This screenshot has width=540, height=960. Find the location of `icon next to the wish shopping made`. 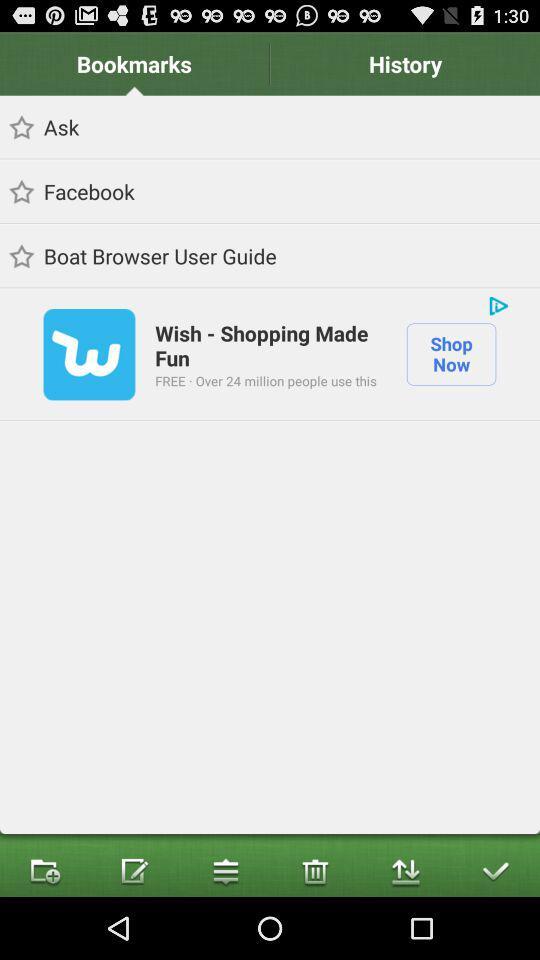

icon next to the wish shopping made is located at coordinates (451, 354).